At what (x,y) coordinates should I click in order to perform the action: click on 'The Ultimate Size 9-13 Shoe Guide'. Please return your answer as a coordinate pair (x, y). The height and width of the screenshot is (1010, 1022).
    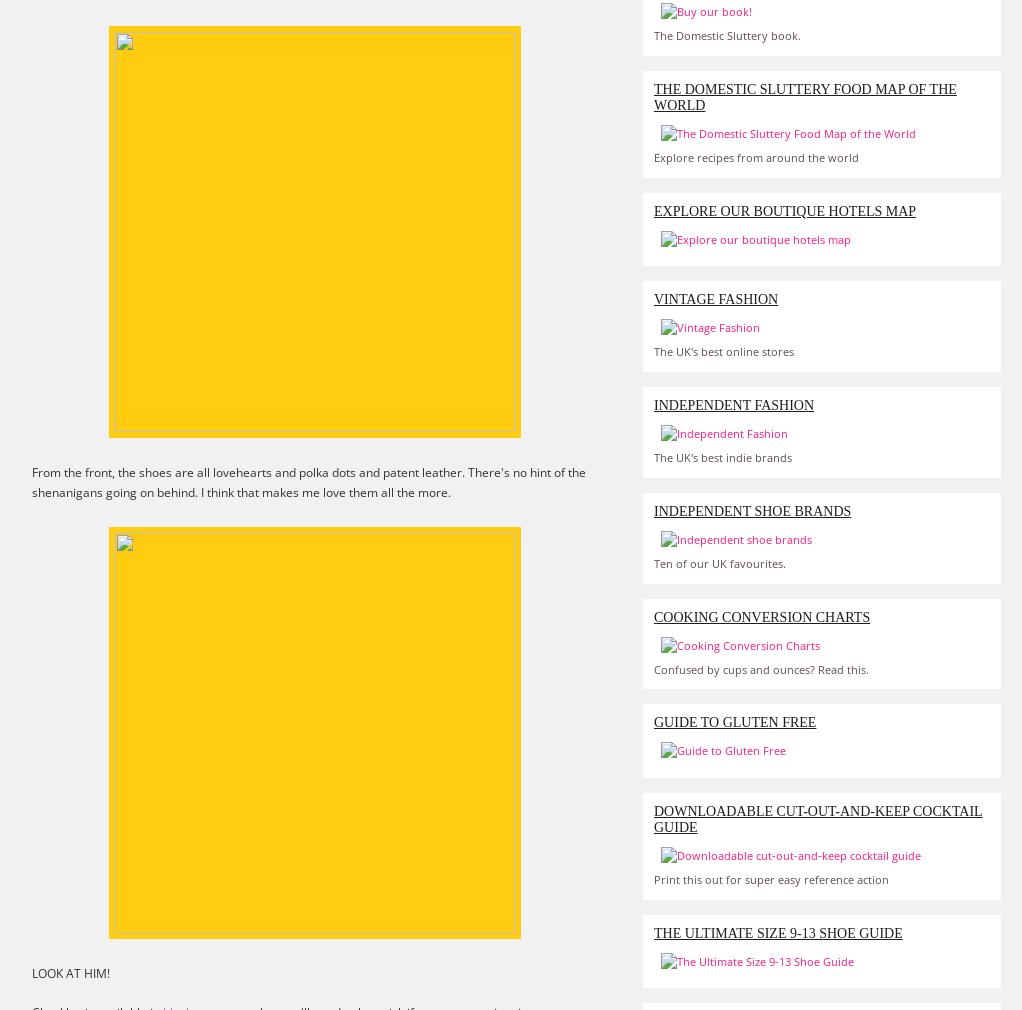
    Looking at the image, I should click on (778, 932).